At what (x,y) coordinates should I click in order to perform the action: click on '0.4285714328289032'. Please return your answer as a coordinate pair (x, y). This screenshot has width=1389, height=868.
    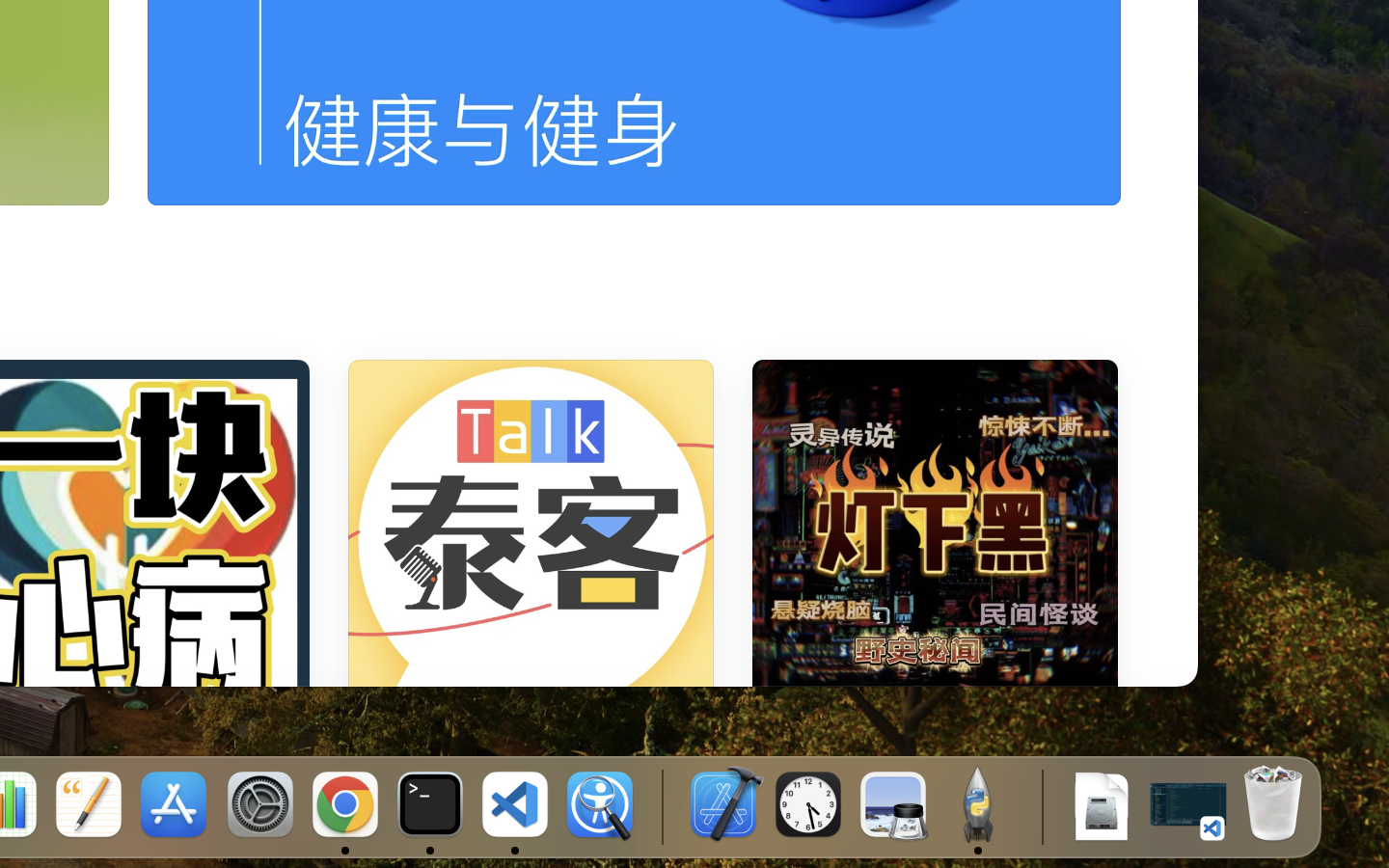
    Looking at the image, I should click on (661, 805).